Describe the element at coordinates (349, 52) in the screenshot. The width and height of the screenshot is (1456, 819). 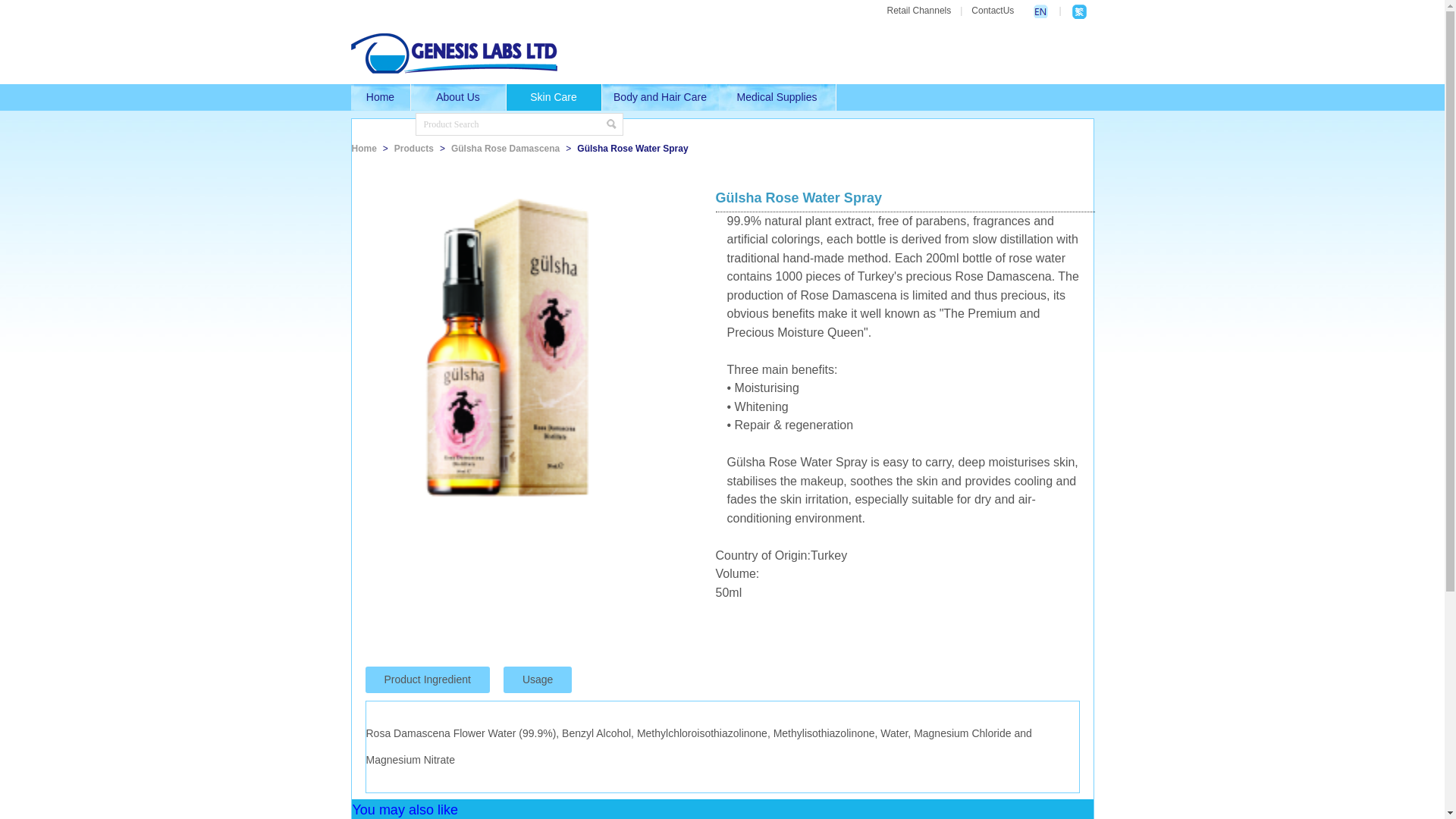
I see `'Genesis Labs Ltd'` at that location.